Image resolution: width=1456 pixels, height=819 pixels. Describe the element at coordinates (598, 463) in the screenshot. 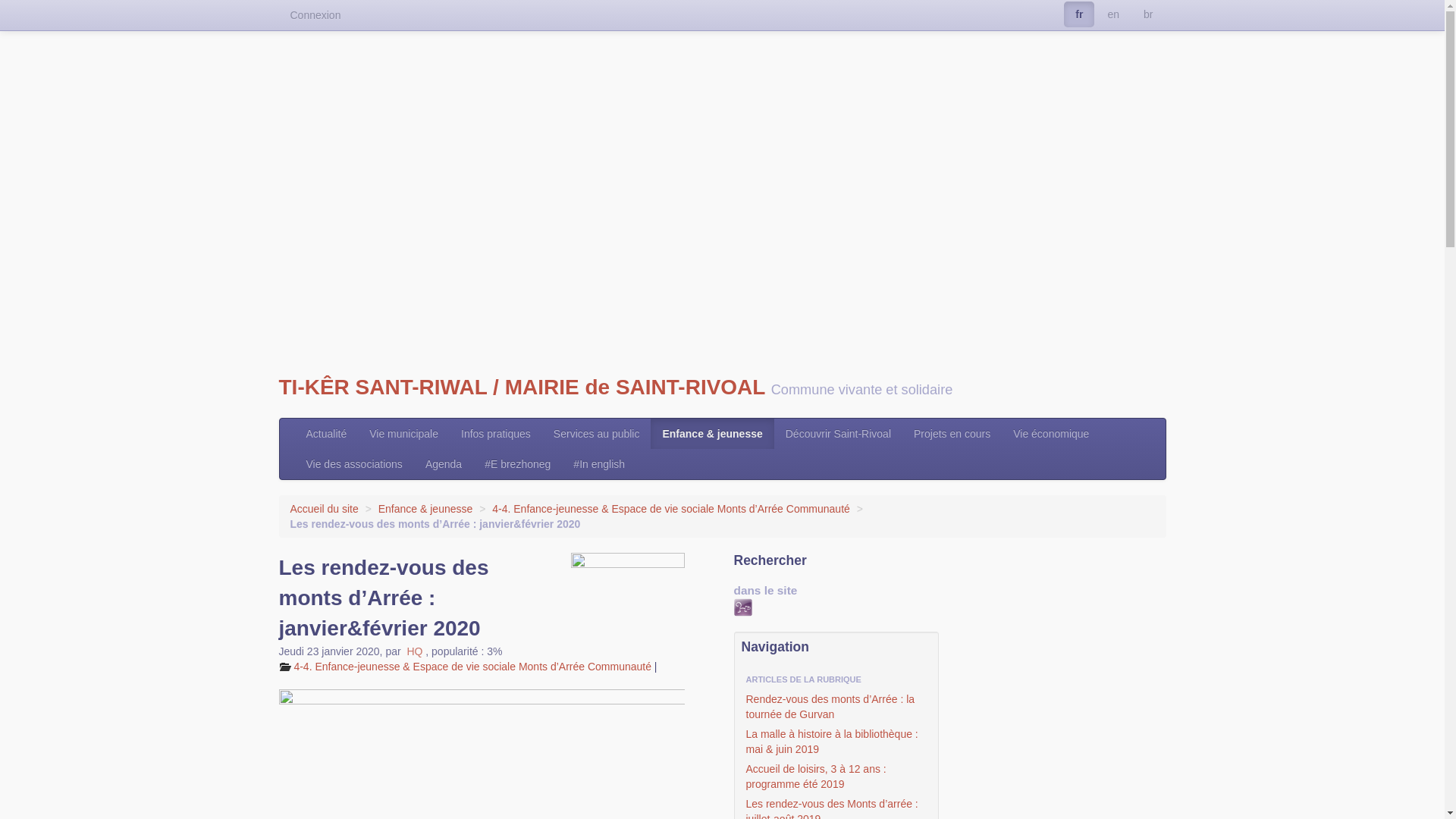

I see `'#In english'` at that location.